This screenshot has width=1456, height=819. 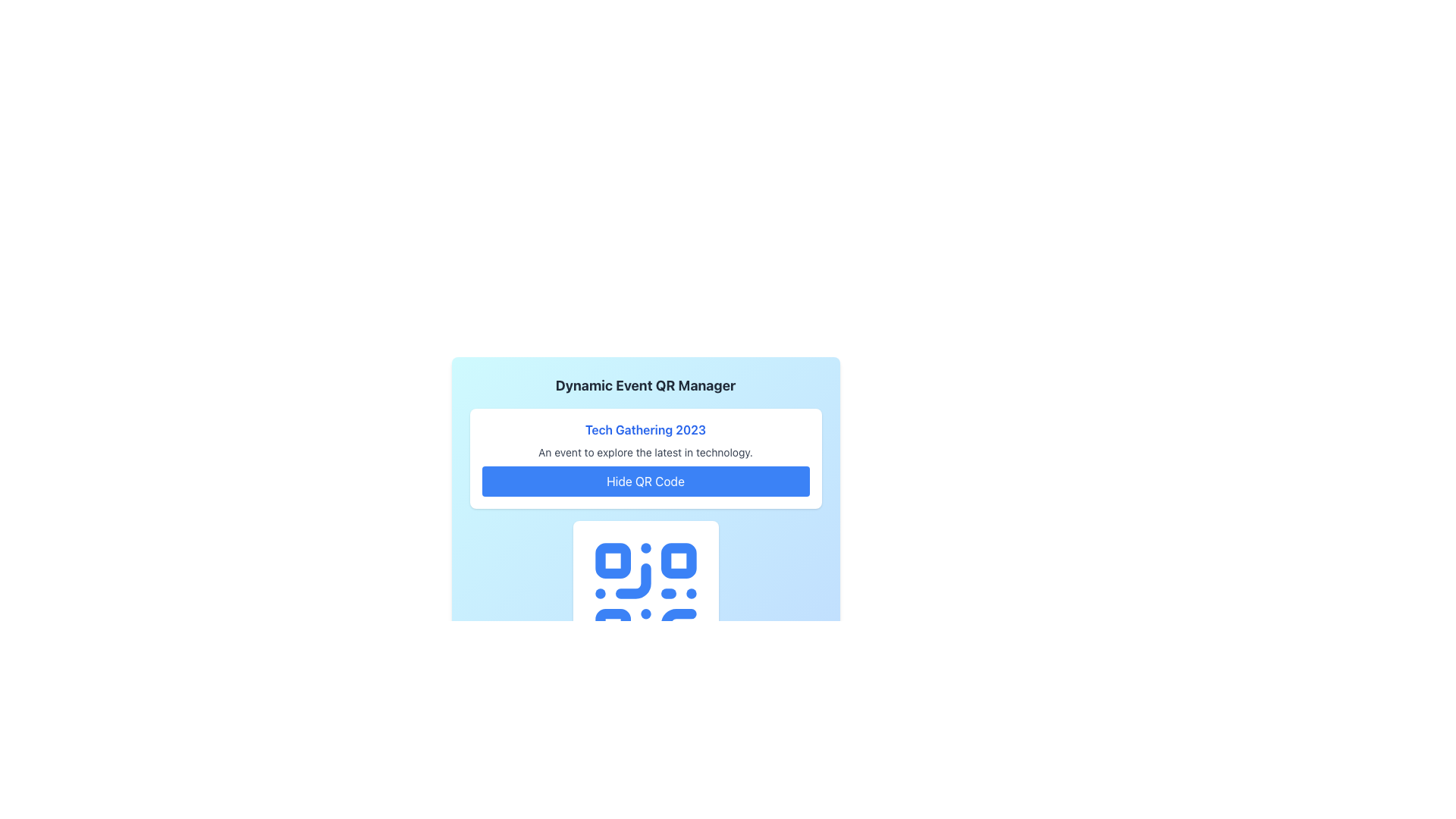 What do you see at coordinates (613, 560) in the screenshot?
I see `the top-left small square of the QR code, which is a blue rounded square located in the bottom half of the interface` at bounding box center [613, 560].